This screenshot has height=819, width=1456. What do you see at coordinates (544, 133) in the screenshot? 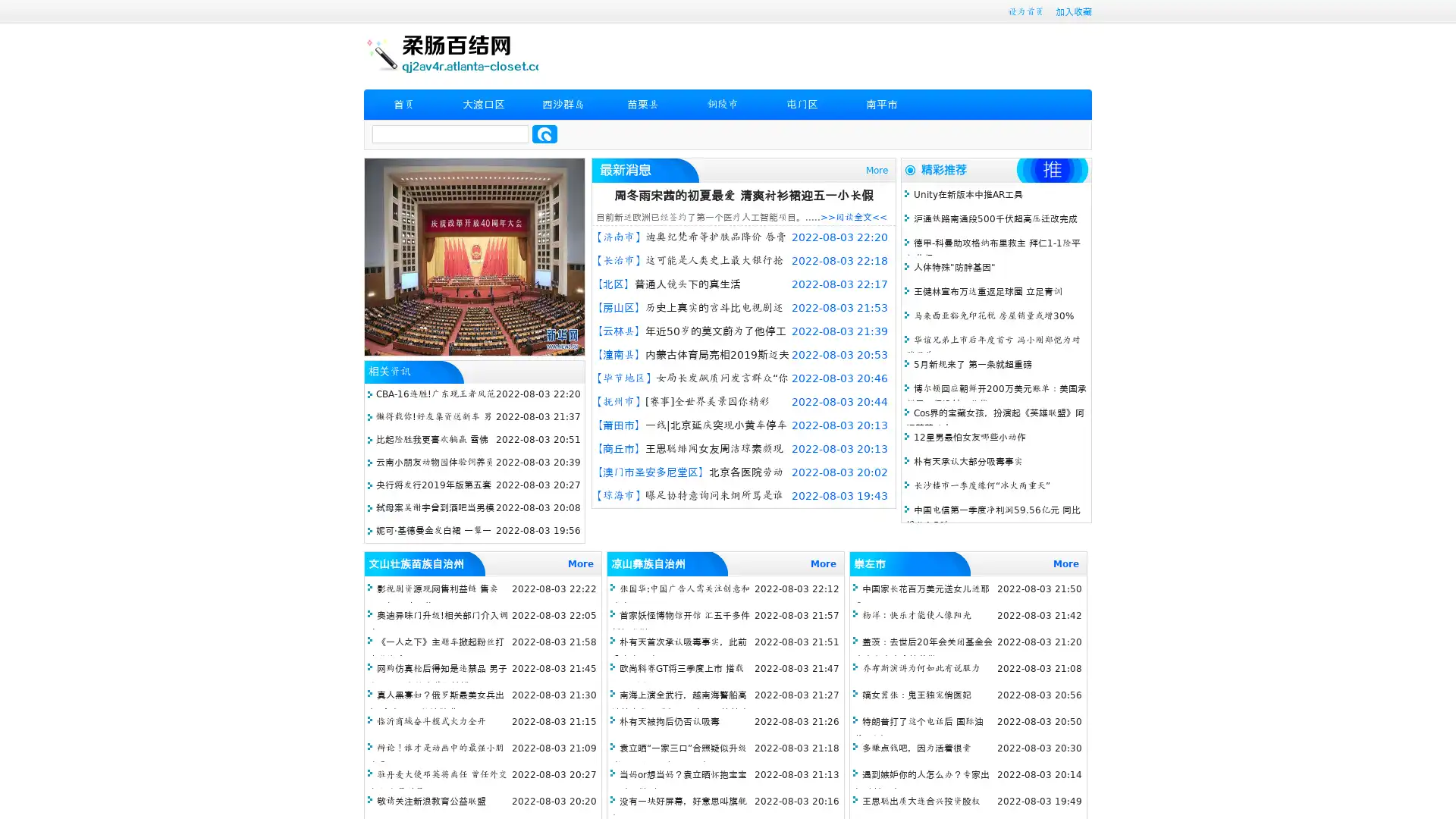
I see `Search` at bounding box center [544, 133].